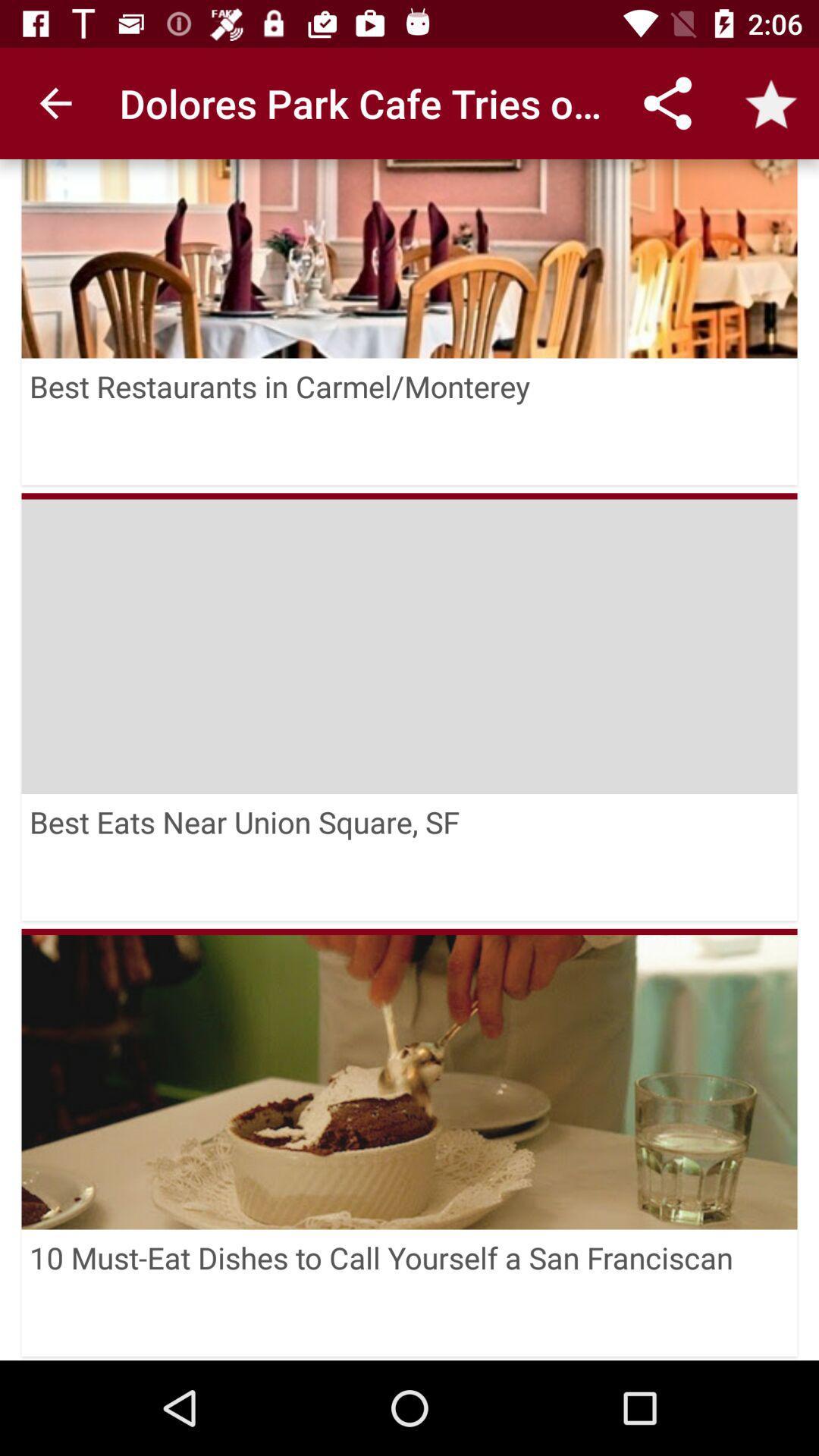 The image size is (819, 1456). Describe the element at coordinates (409, 496) in the screenshot. I see `icon above best eats near item` at that location.